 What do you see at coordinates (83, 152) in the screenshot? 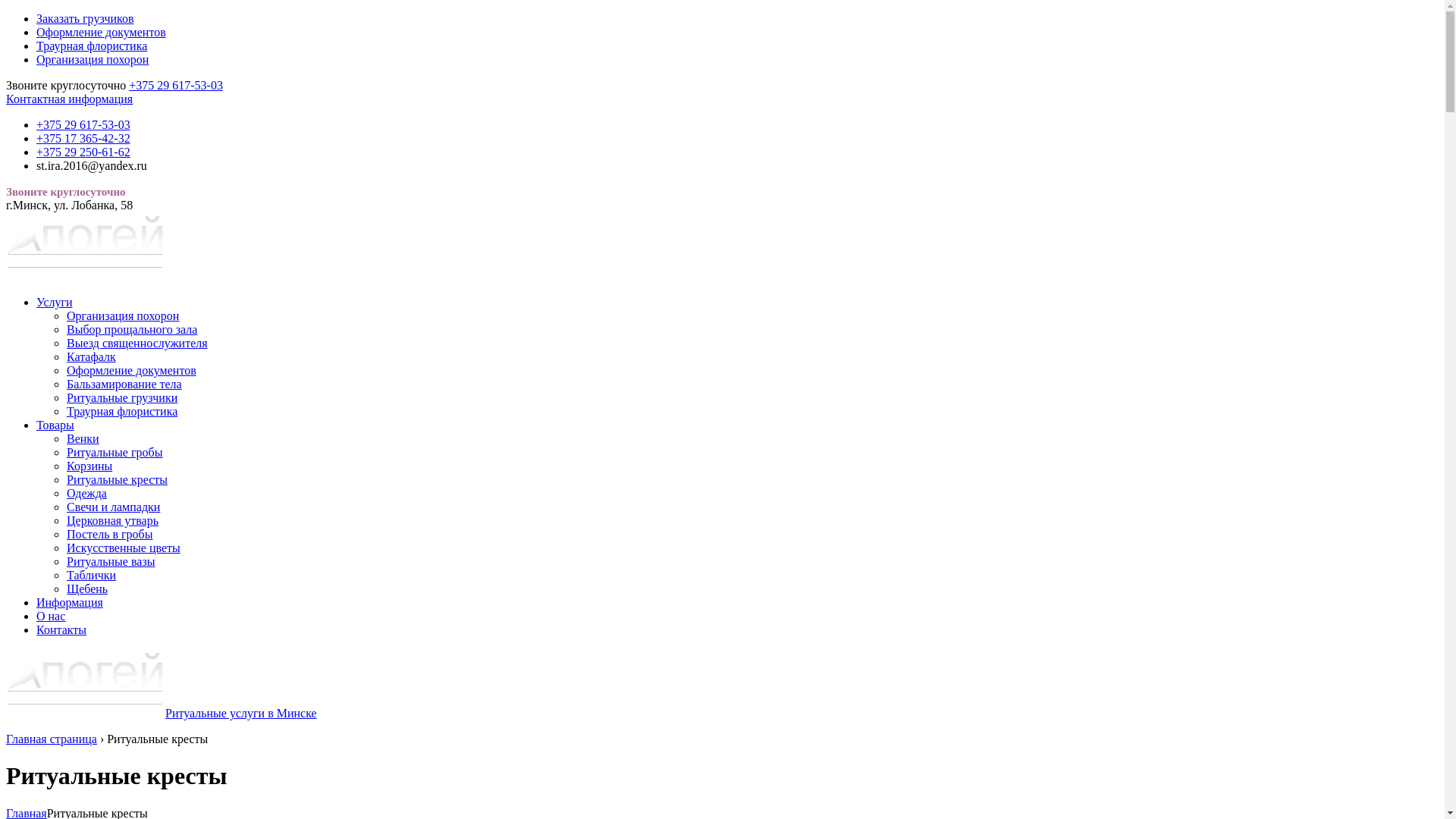
I see `'+375 29 250-61-62'` at bounding box center [83, 152].